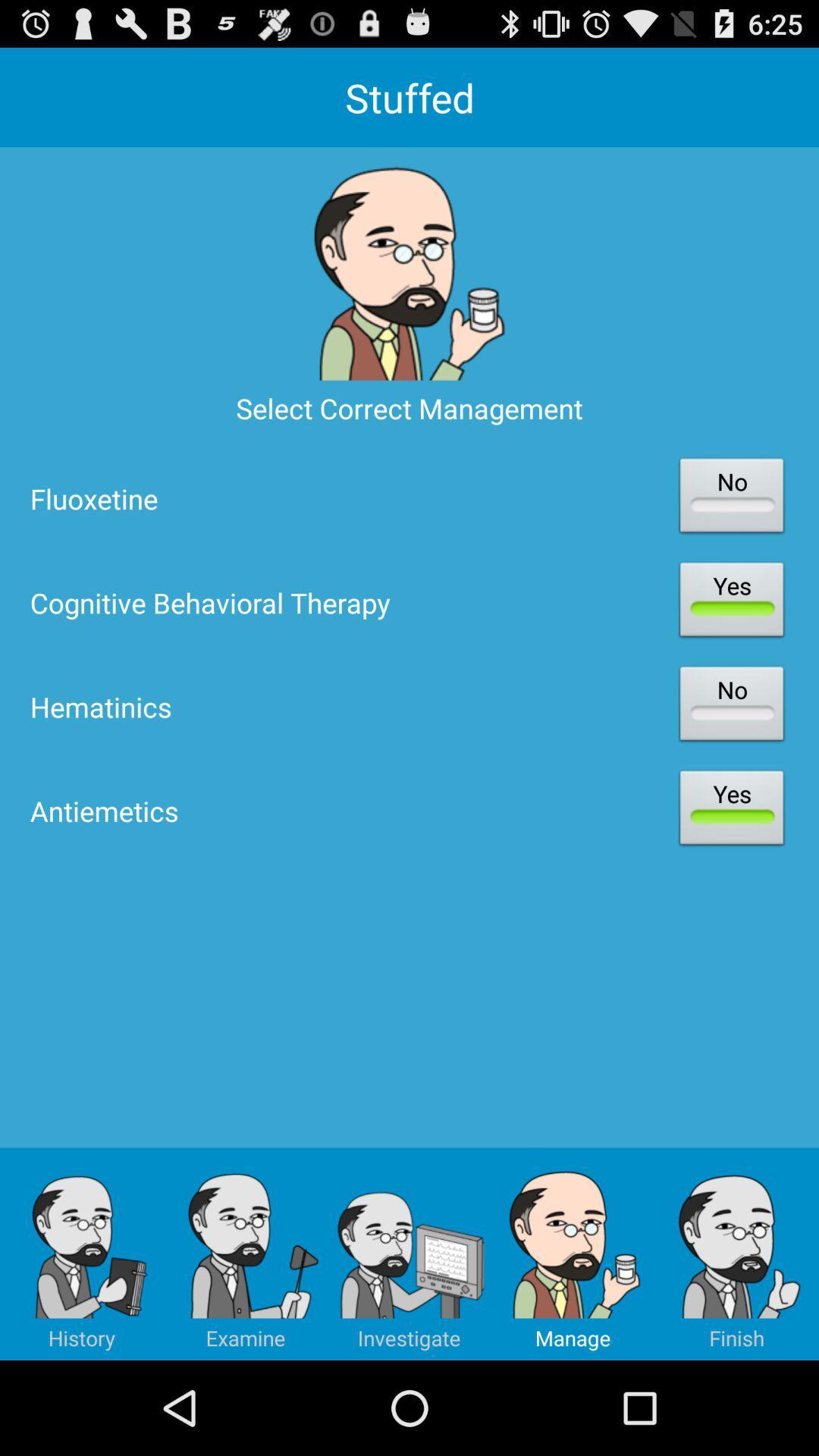  Describe the element at coordinates (409, 1254) in the screenshot. I see `icon at the bottom` at that location.